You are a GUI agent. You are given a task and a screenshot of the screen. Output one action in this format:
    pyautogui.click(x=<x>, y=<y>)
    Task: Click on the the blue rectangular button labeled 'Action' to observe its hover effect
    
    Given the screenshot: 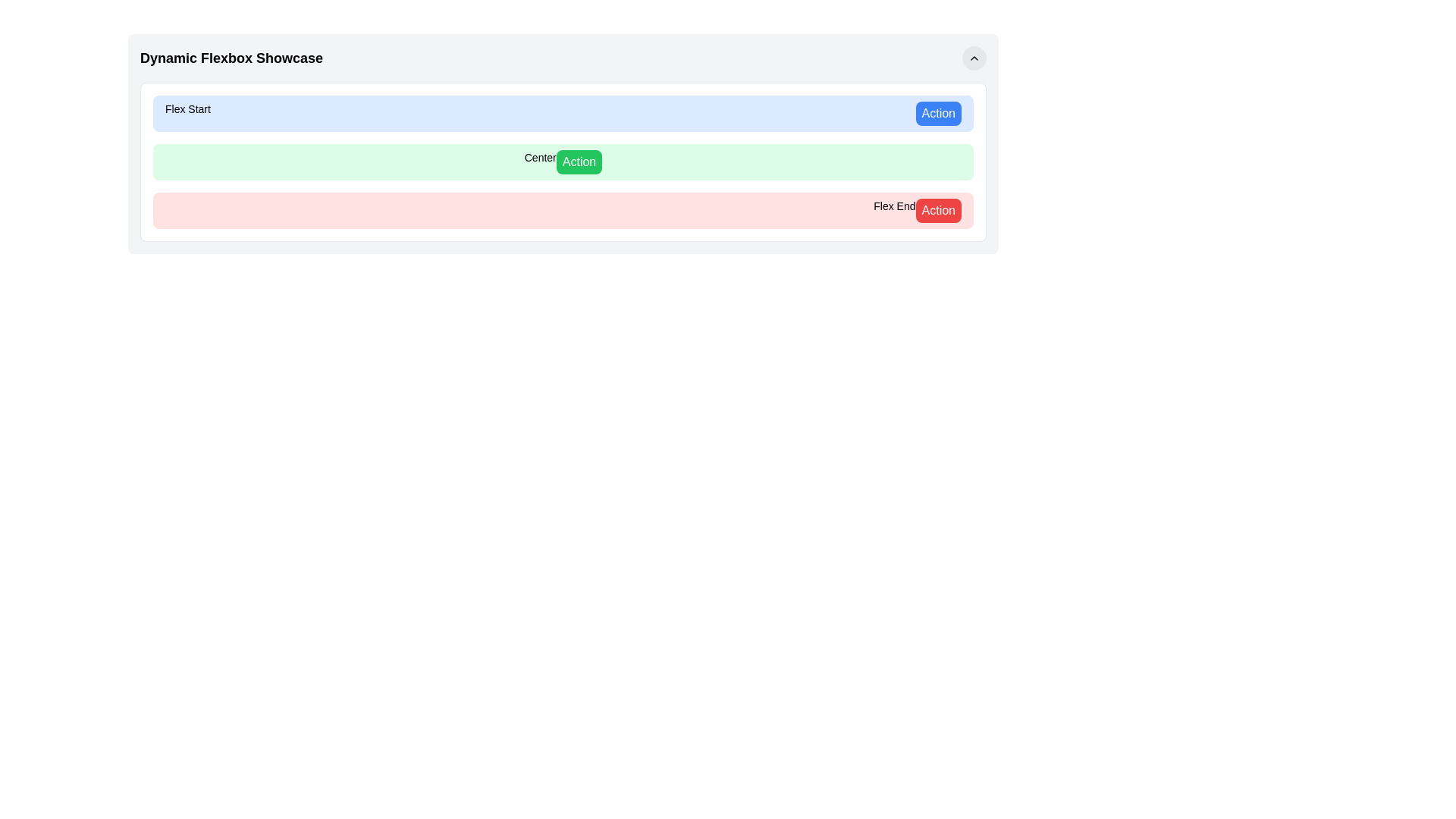 What is the action you would take?
    pyautogui.click(x=937, y=113)
    